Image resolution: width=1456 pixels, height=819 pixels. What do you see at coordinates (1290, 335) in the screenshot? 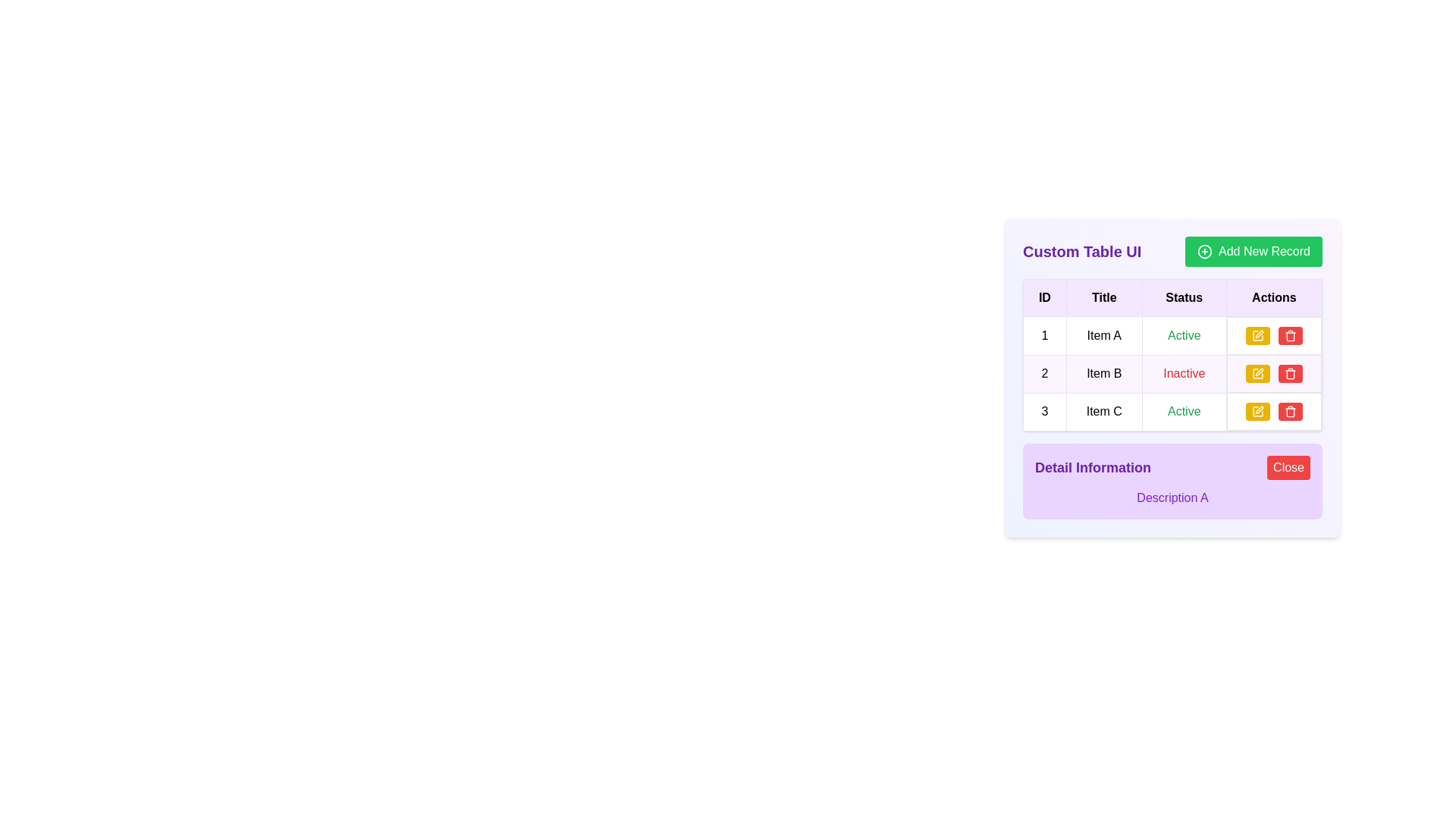
I see `the delete button located in the bottom-most row of the table's 'Actions' column, which is the second button next to the yellow edit button` at bounding box center [1290, 335].